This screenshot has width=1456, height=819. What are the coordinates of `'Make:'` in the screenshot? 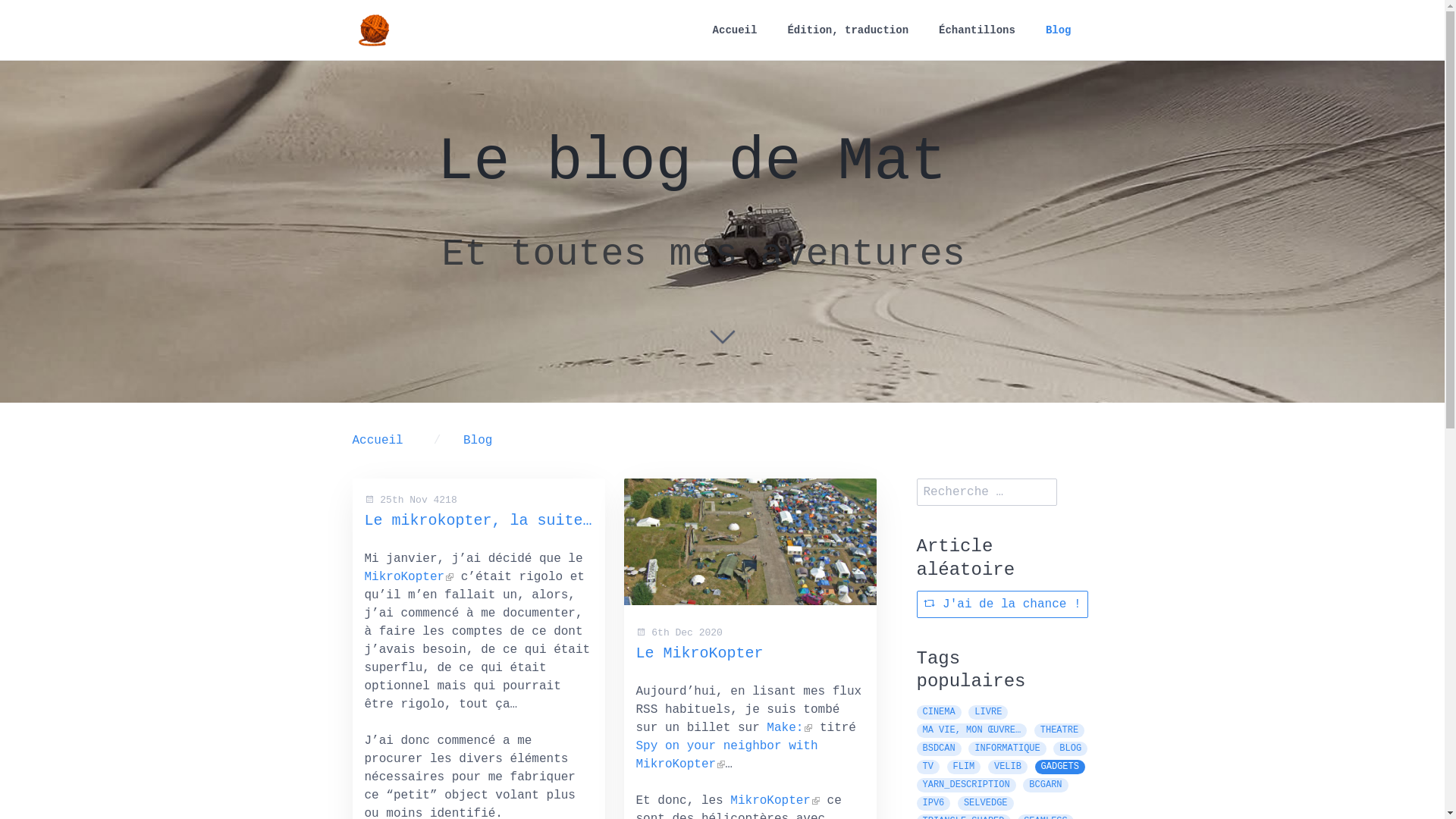 It's located at (789, 726).